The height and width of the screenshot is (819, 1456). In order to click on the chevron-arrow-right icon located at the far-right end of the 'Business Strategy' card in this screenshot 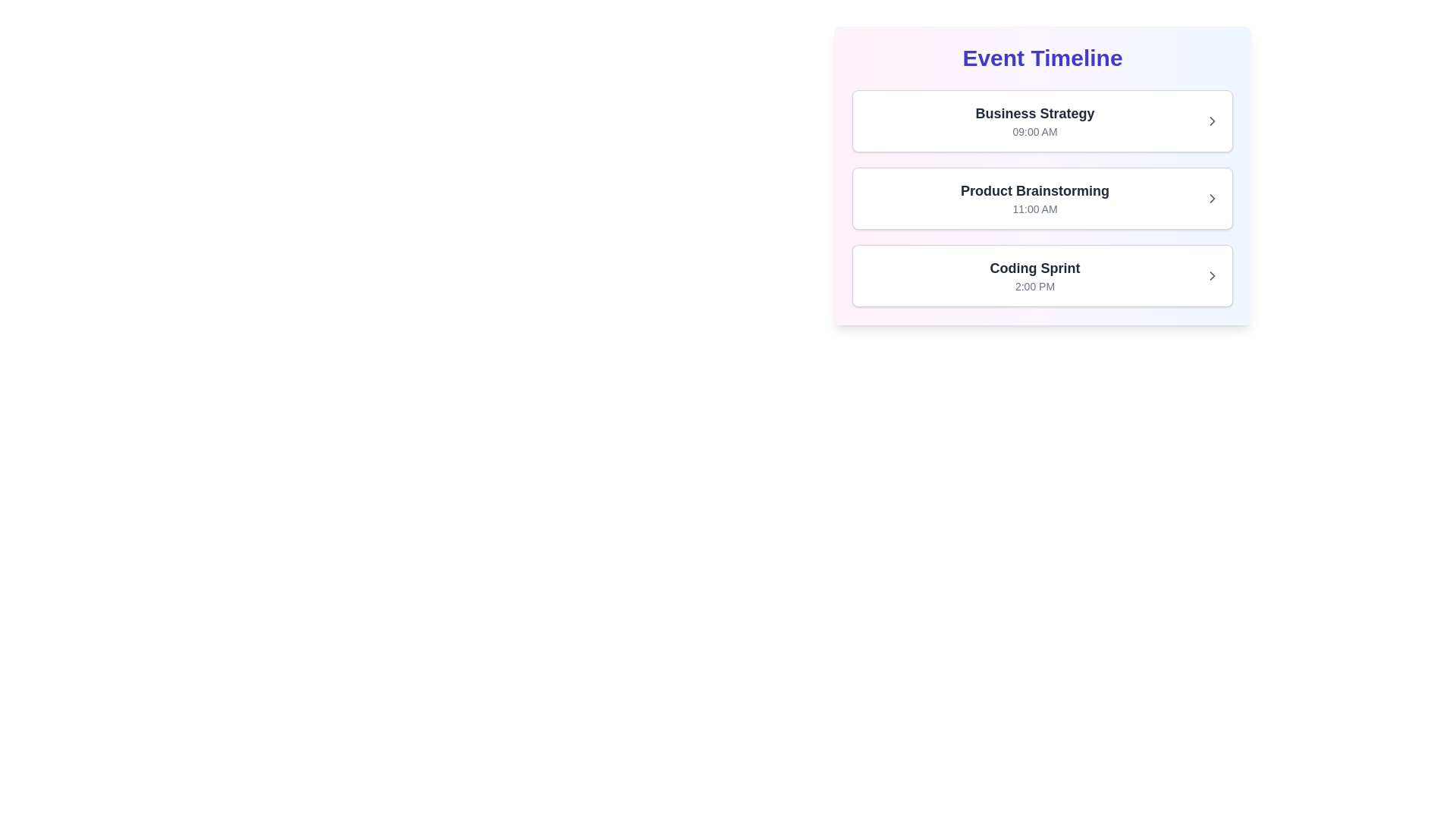, I will do `click(1211, 120)`.